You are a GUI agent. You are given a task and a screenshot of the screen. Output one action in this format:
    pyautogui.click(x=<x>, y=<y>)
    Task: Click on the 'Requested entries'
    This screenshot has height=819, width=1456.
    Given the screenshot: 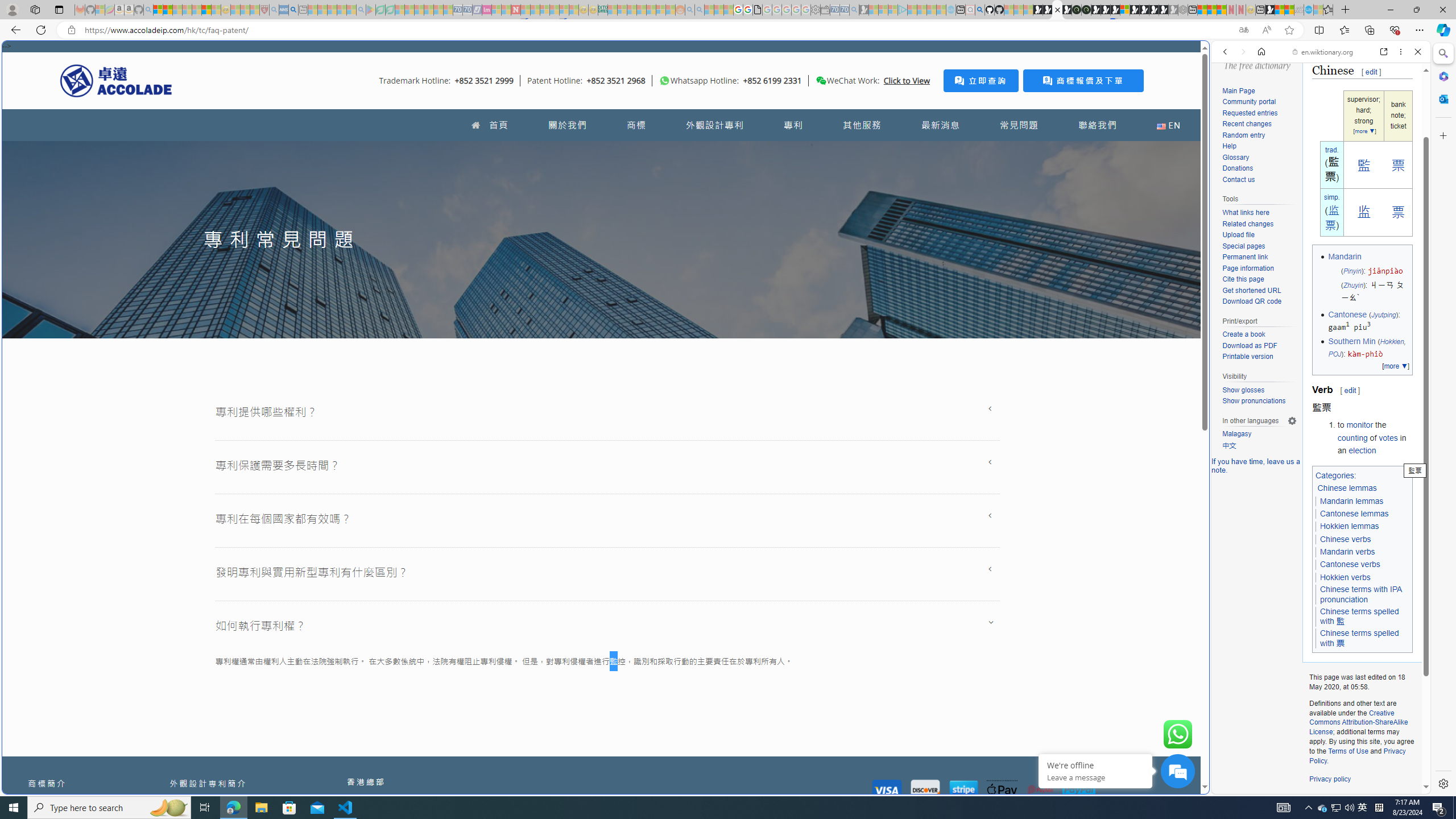 What is the action you would take?
    pyautogui.click(x=1250, y=113)
    